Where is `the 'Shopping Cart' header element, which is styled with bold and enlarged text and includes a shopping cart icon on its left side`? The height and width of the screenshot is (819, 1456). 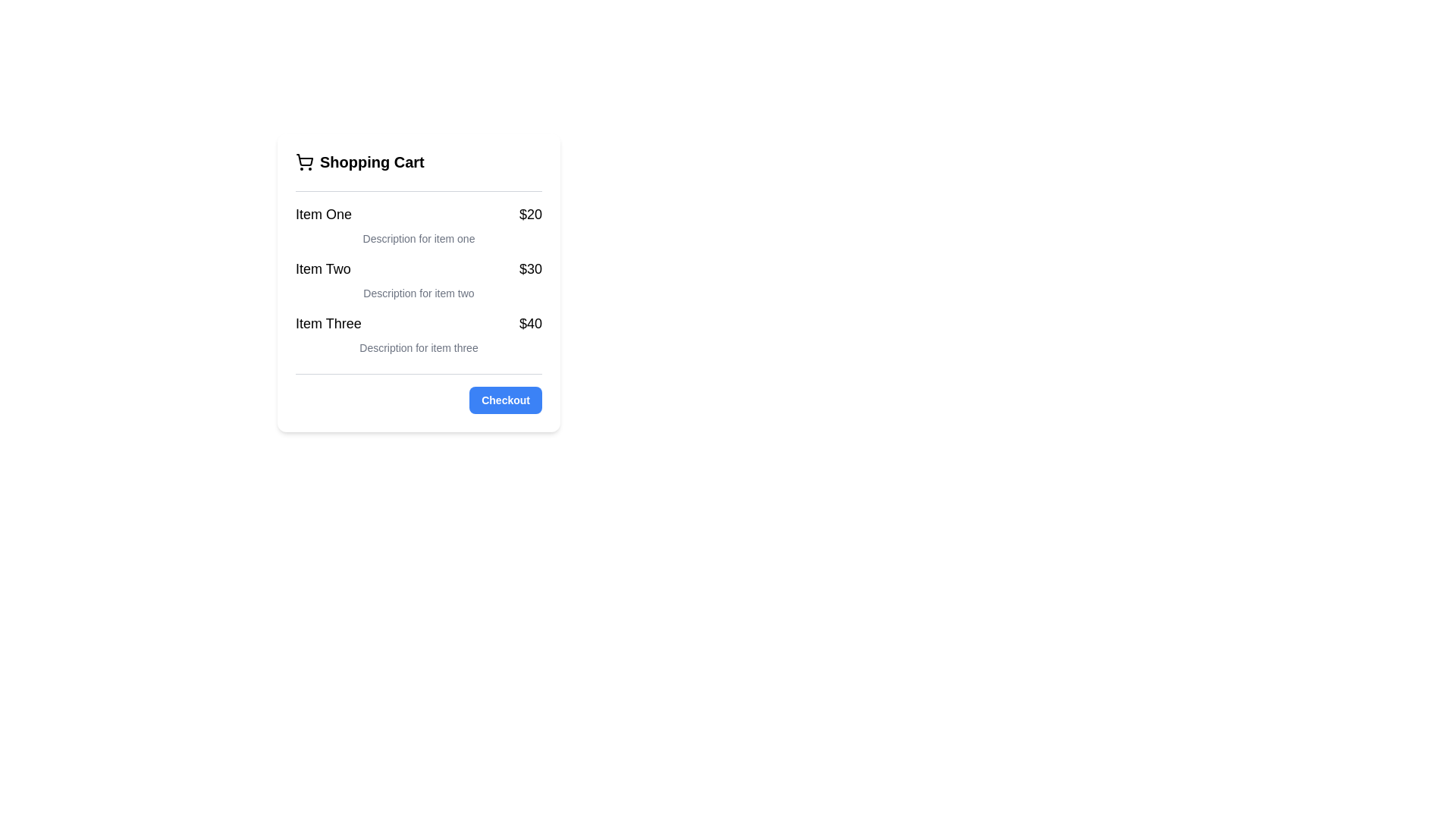
the 'Shopping Cart' header element, which is styled with bold and enlarged text and includes a shopping cart icon on its left side is located at coordinates (419, 162).